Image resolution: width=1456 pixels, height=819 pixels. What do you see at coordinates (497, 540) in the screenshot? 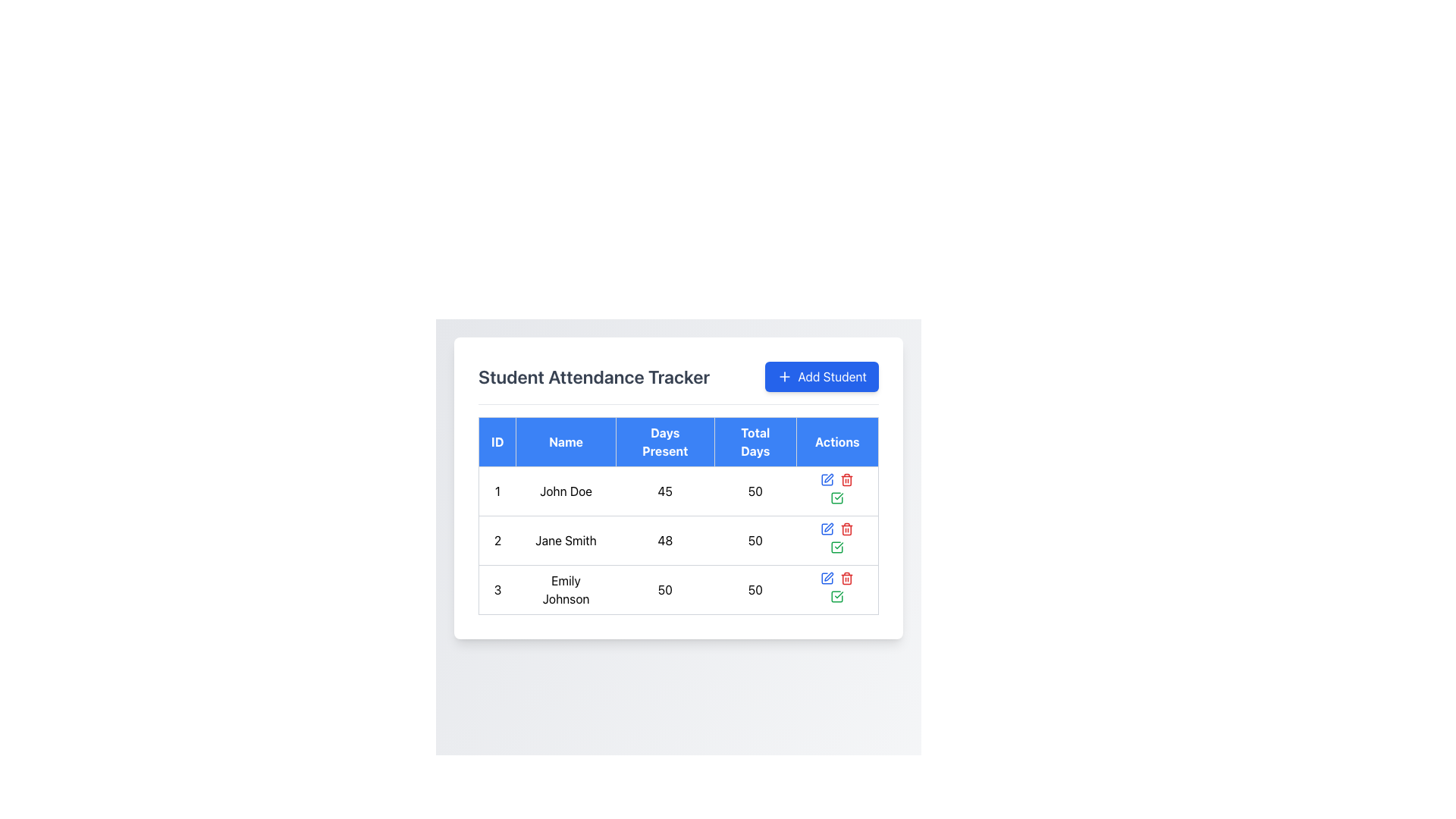
I see `the ID text element corresponding to the second entry for student 'Jane Smith' in the 'Student Attendance Tracker' table` at bounding box center [497, 540].